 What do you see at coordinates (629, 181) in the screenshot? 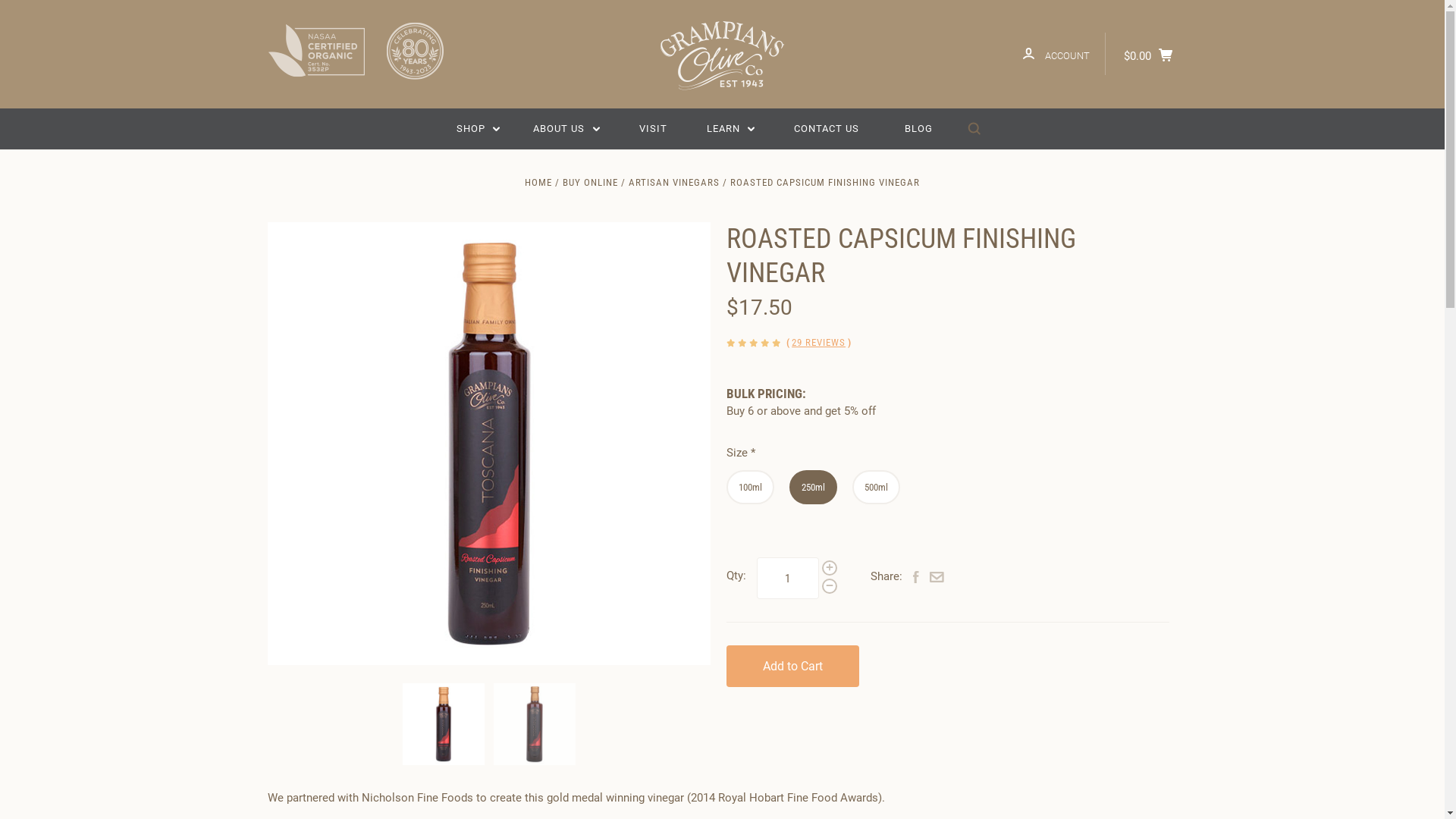
I see `'ARTISAN VINEGARS'` at bounding box center [629, 181].